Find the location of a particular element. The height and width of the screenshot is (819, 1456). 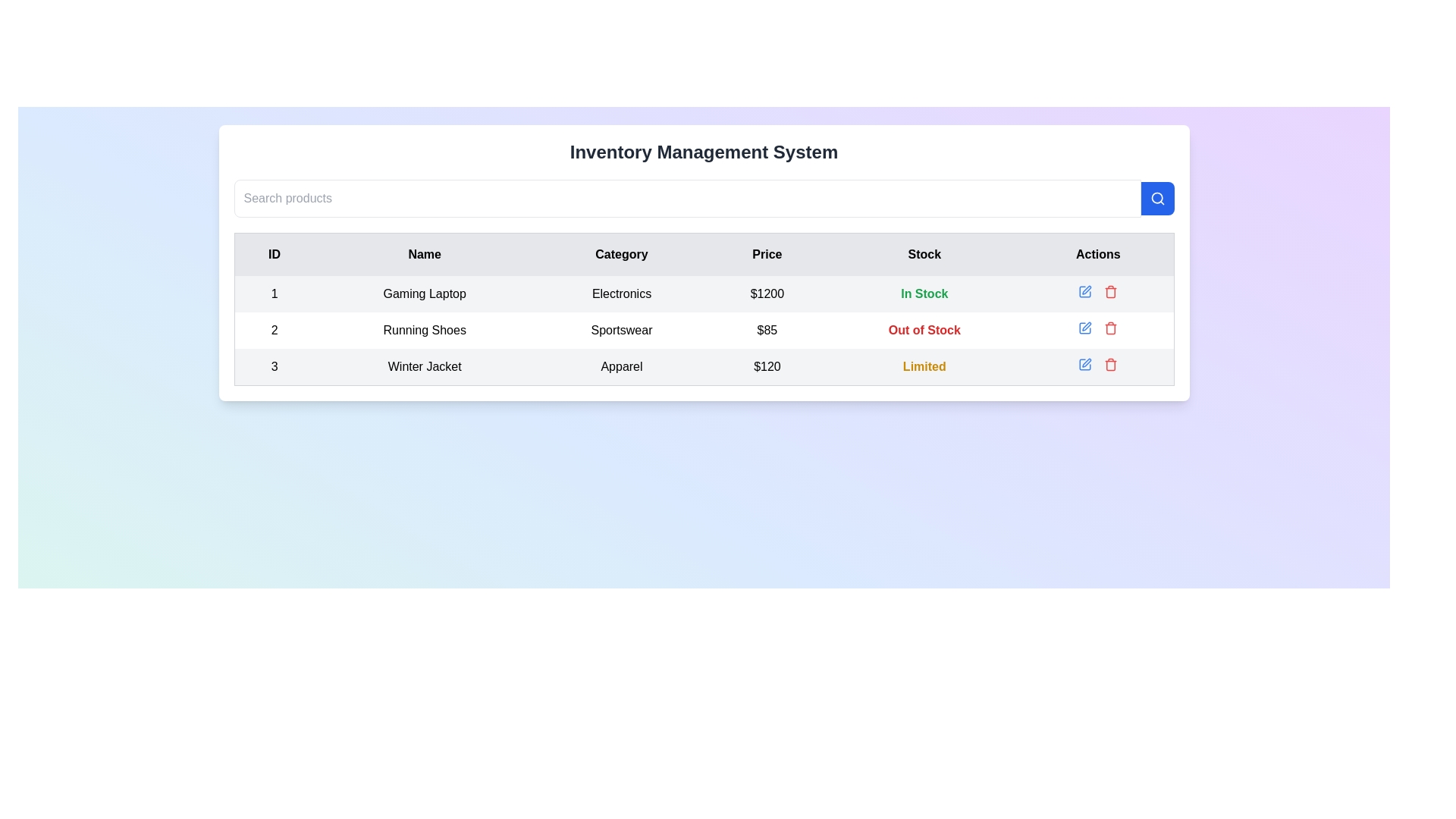

the 'Category' column header text label in the table, which is positioned between the 'Name' and 'Price' elements in the header row is located at coordinates (622, 253).